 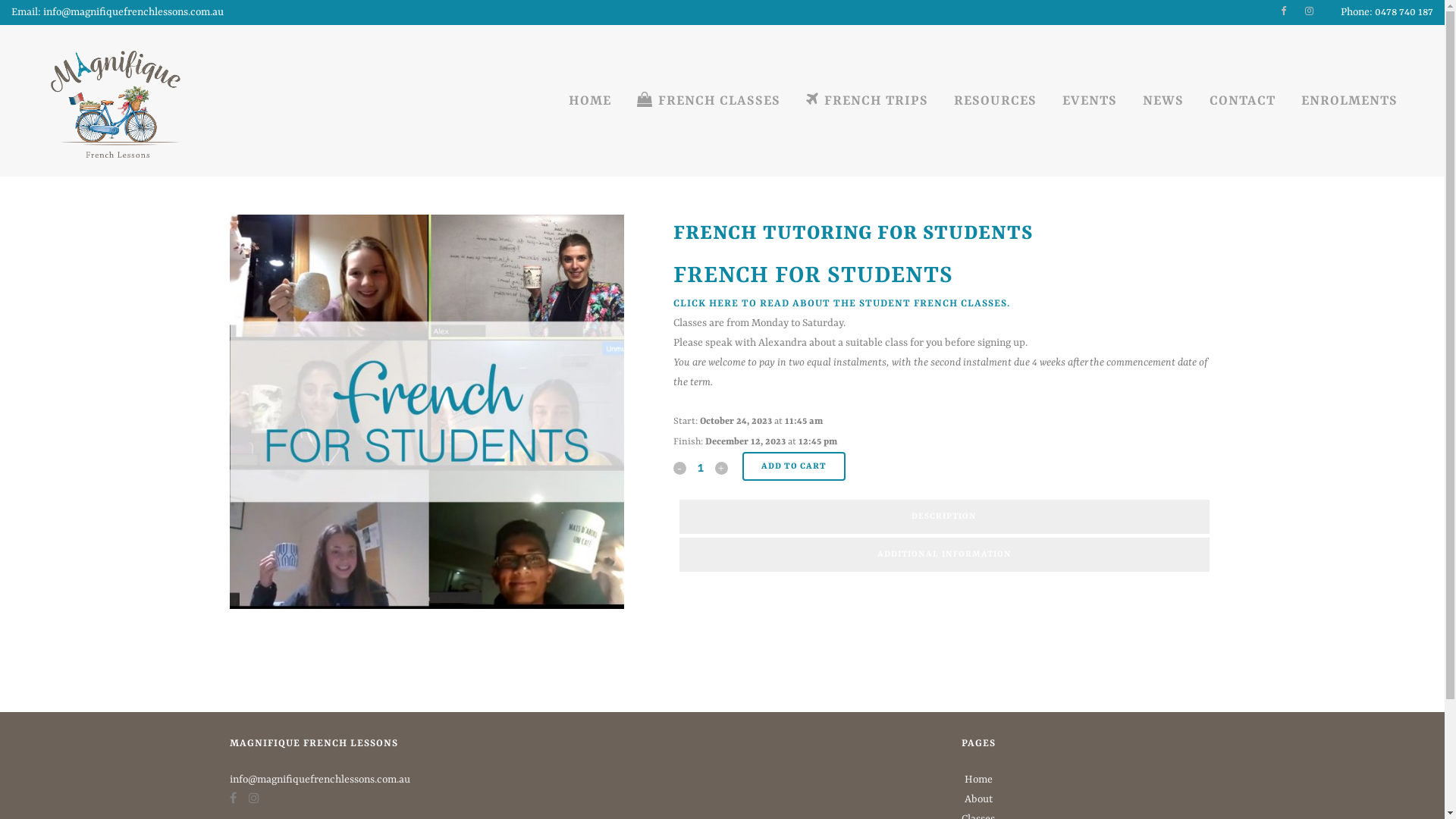 I want to click on 'EVENTS', so click(x=1088, y=100).